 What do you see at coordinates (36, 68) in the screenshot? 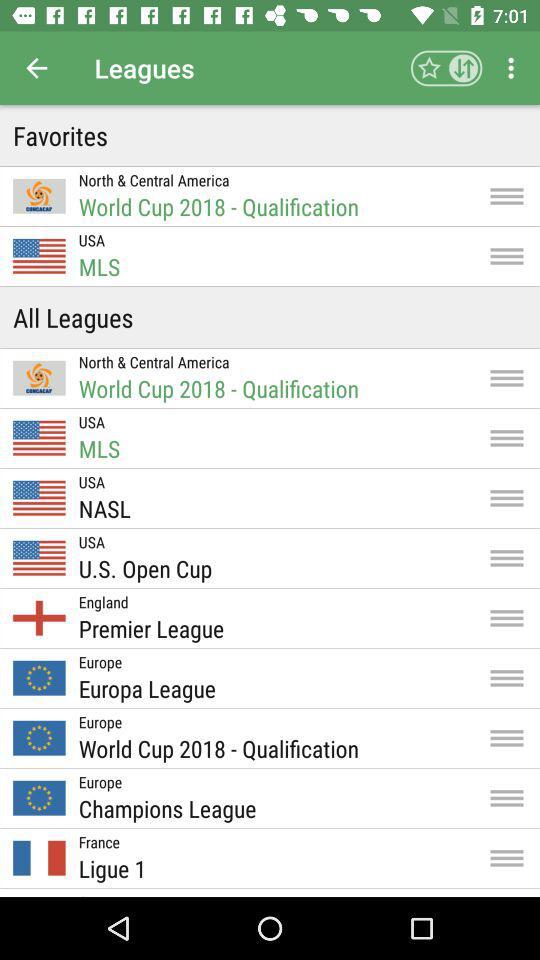
I see `the item next to the leagues icon` at bounding box center [36, 68].